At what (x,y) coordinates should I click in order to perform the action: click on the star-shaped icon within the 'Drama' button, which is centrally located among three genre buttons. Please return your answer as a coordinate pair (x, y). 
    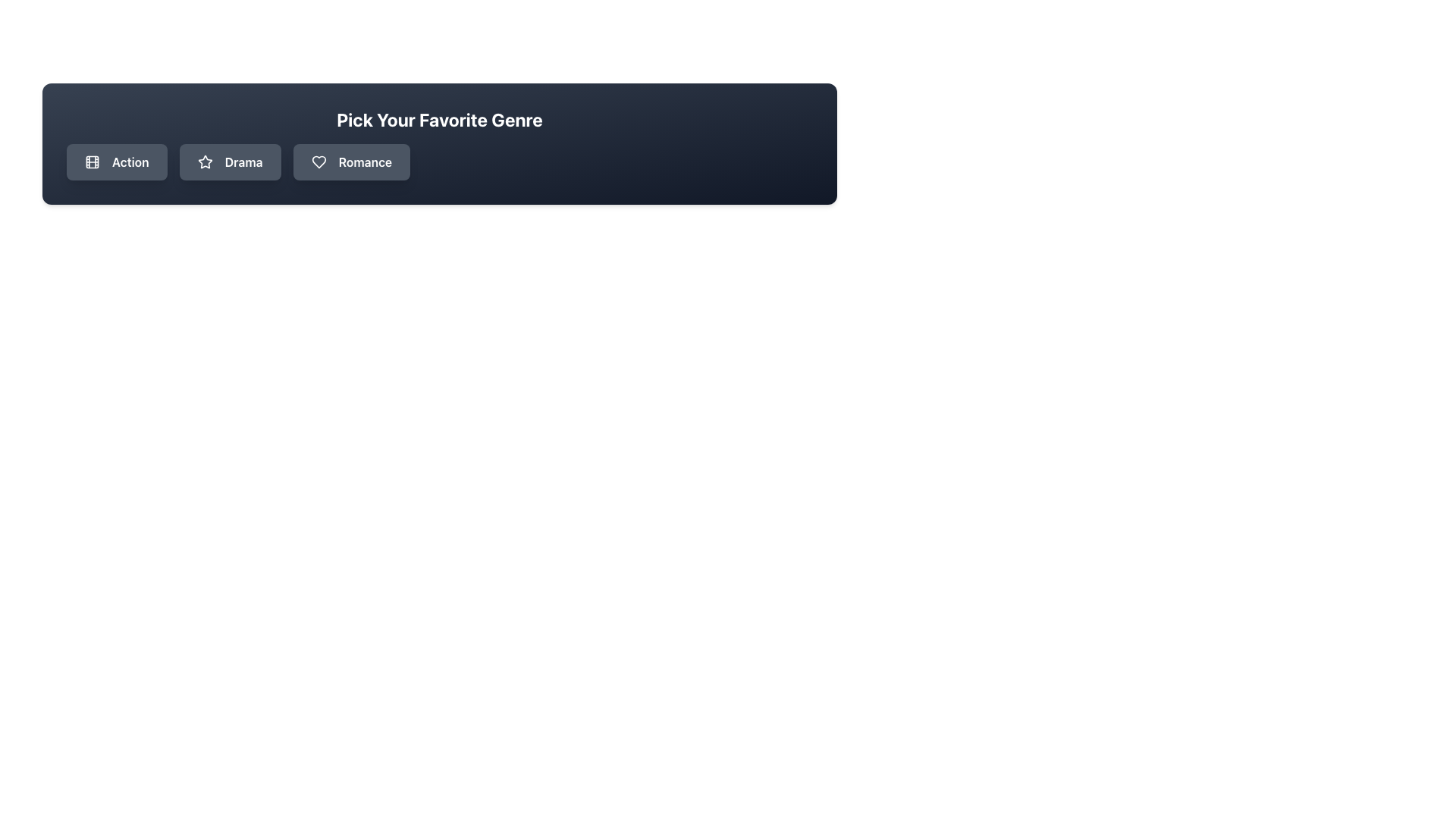
    Looking at the image, I should click on (204, 162).